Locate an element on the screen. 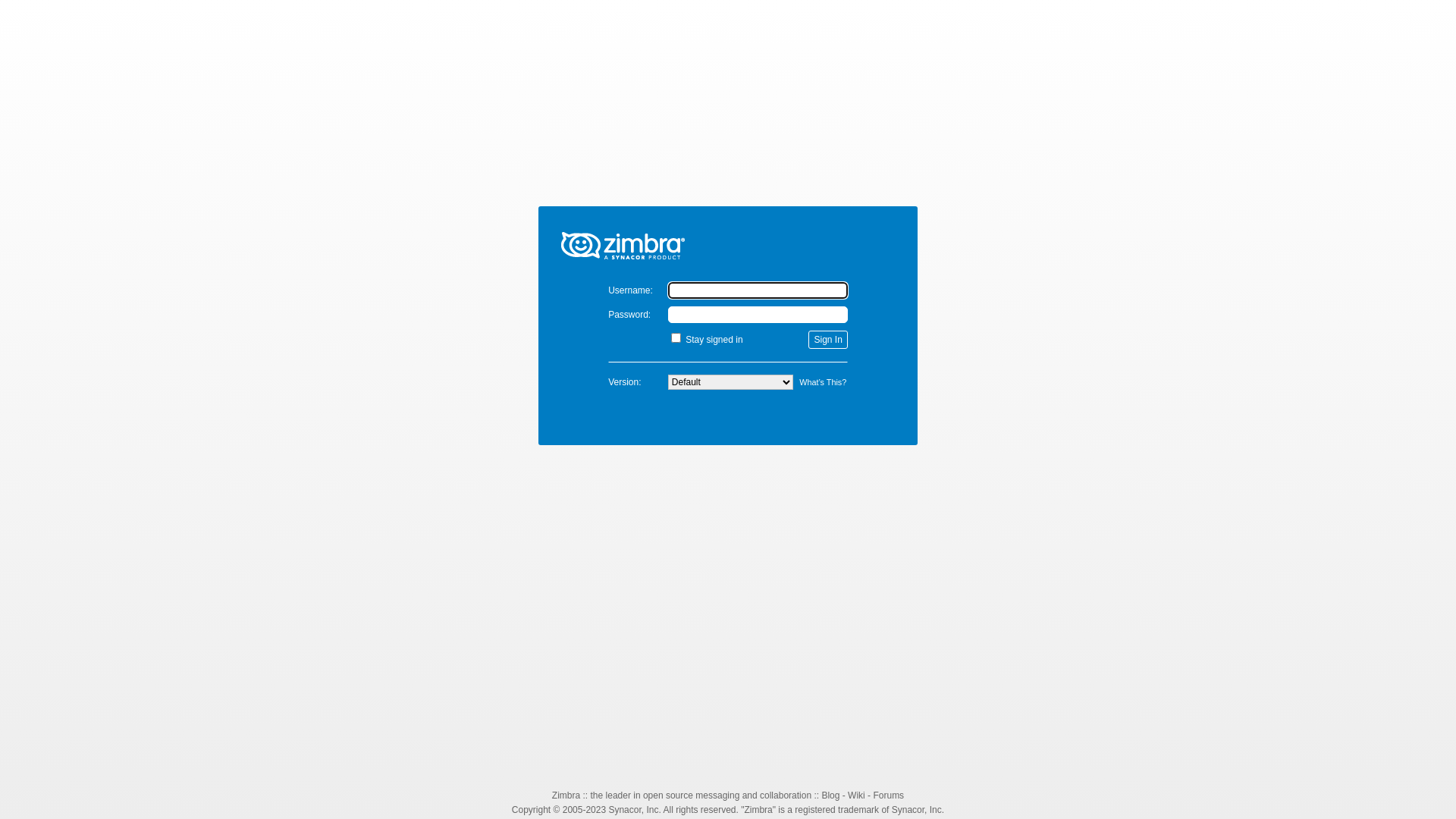 This screenshot has width=1456, height=819. 'Zimbra' is located at coordinates (728, 237).